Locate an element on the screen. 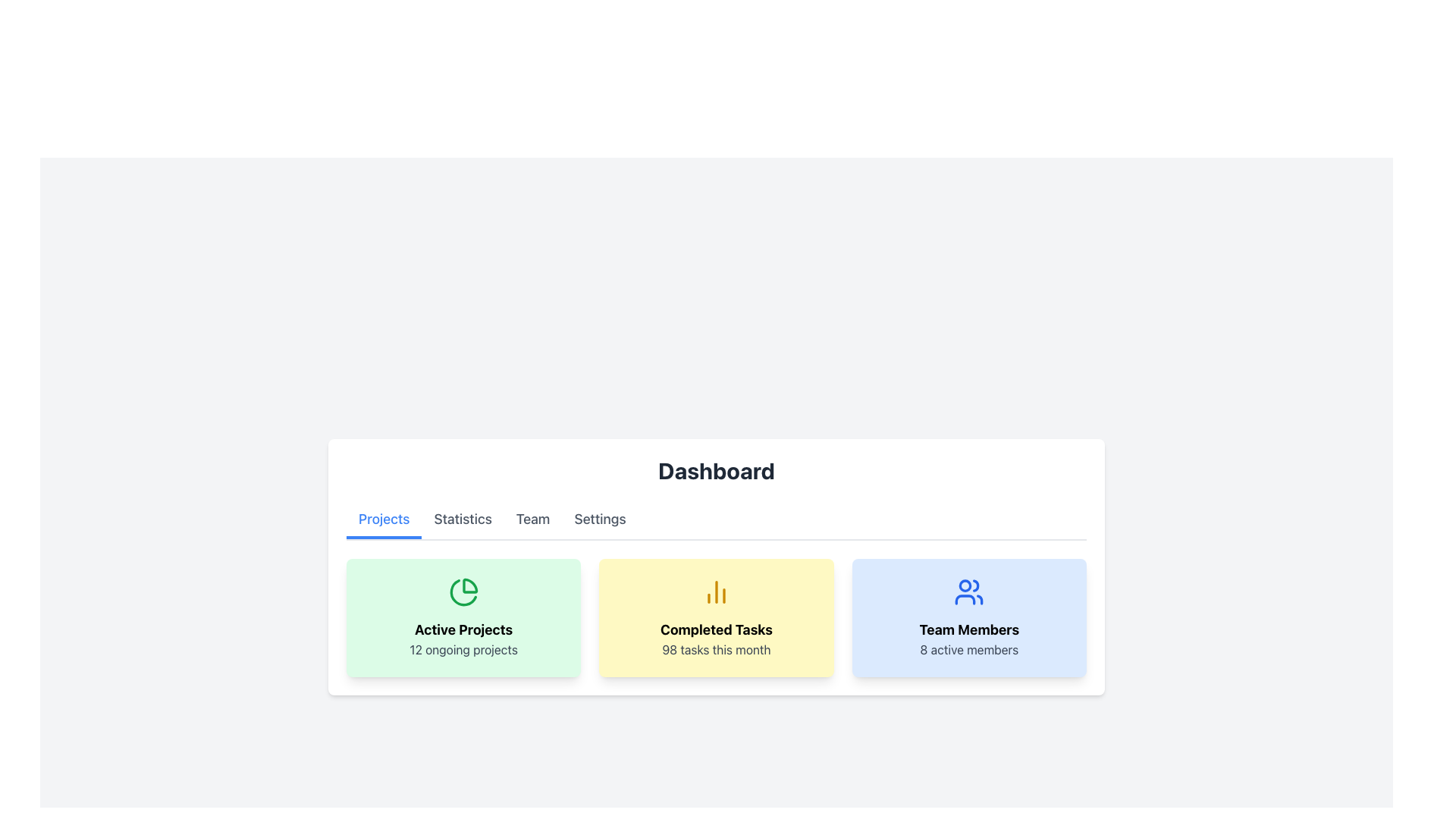 This screenshot has height=819, width=1456. the text element displaying '12 ongoing projects' in a gray color within a light green background box, located under 'Active Projects' is located at coordinates (463, 648).